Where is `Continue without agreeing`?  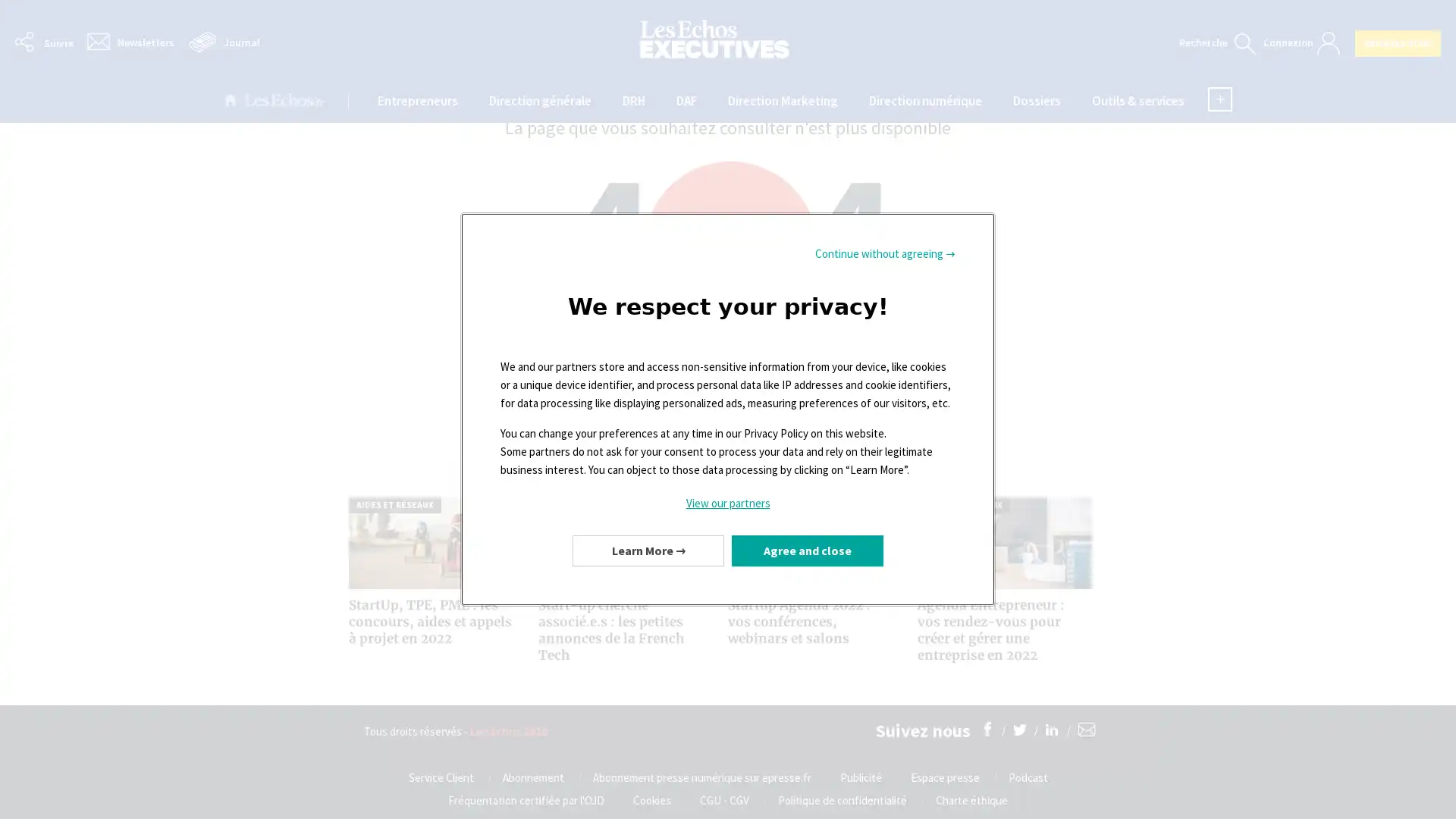
Continue without agreeing is located at coordinates (885, 253).